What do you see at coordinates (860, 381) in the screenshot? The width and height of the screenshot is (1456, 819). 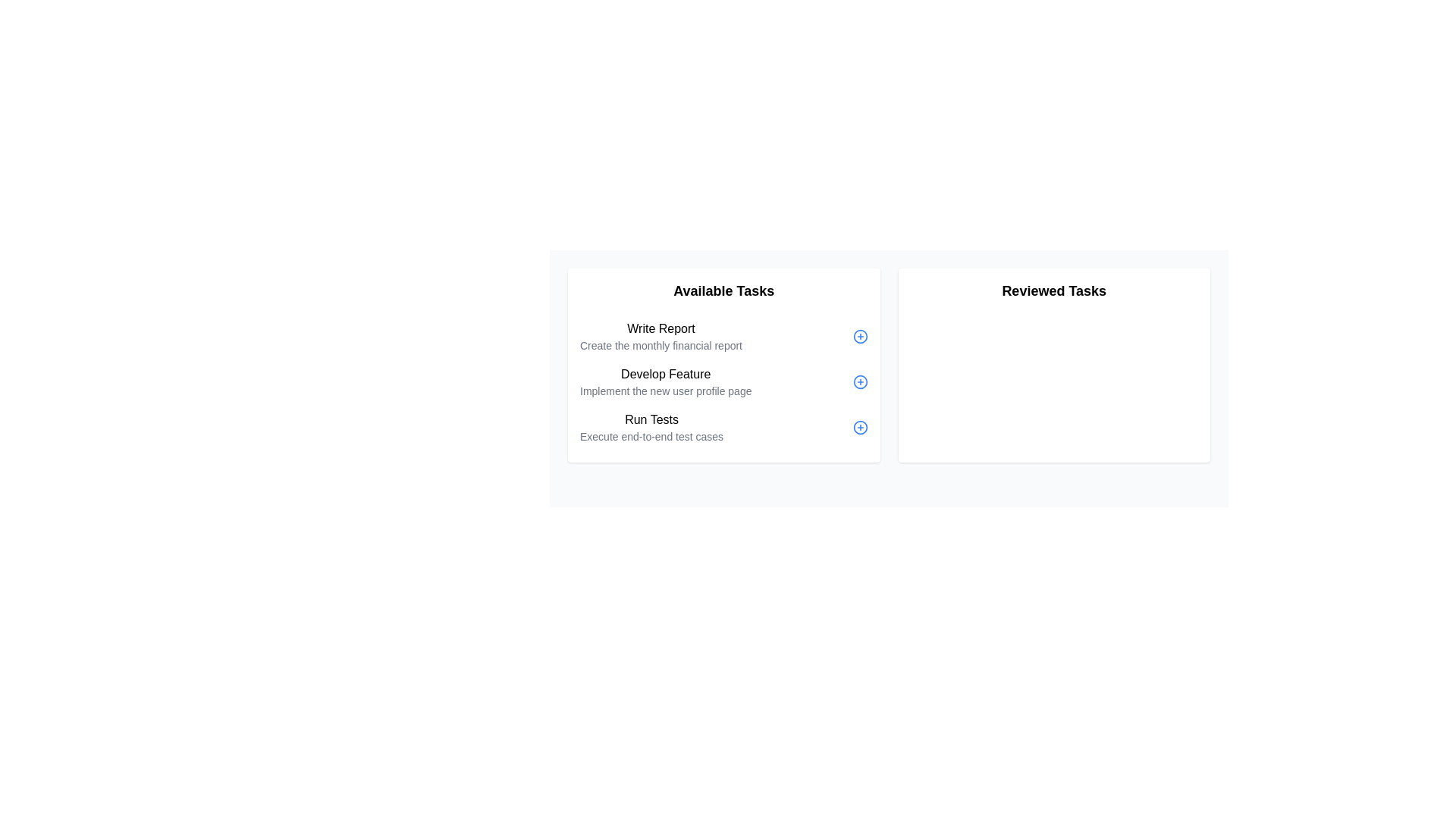 I see `the 'Add Task' button associated with 'Develop Feature' located in the 'Available Tasks' section` at bounding box center [860, 381].